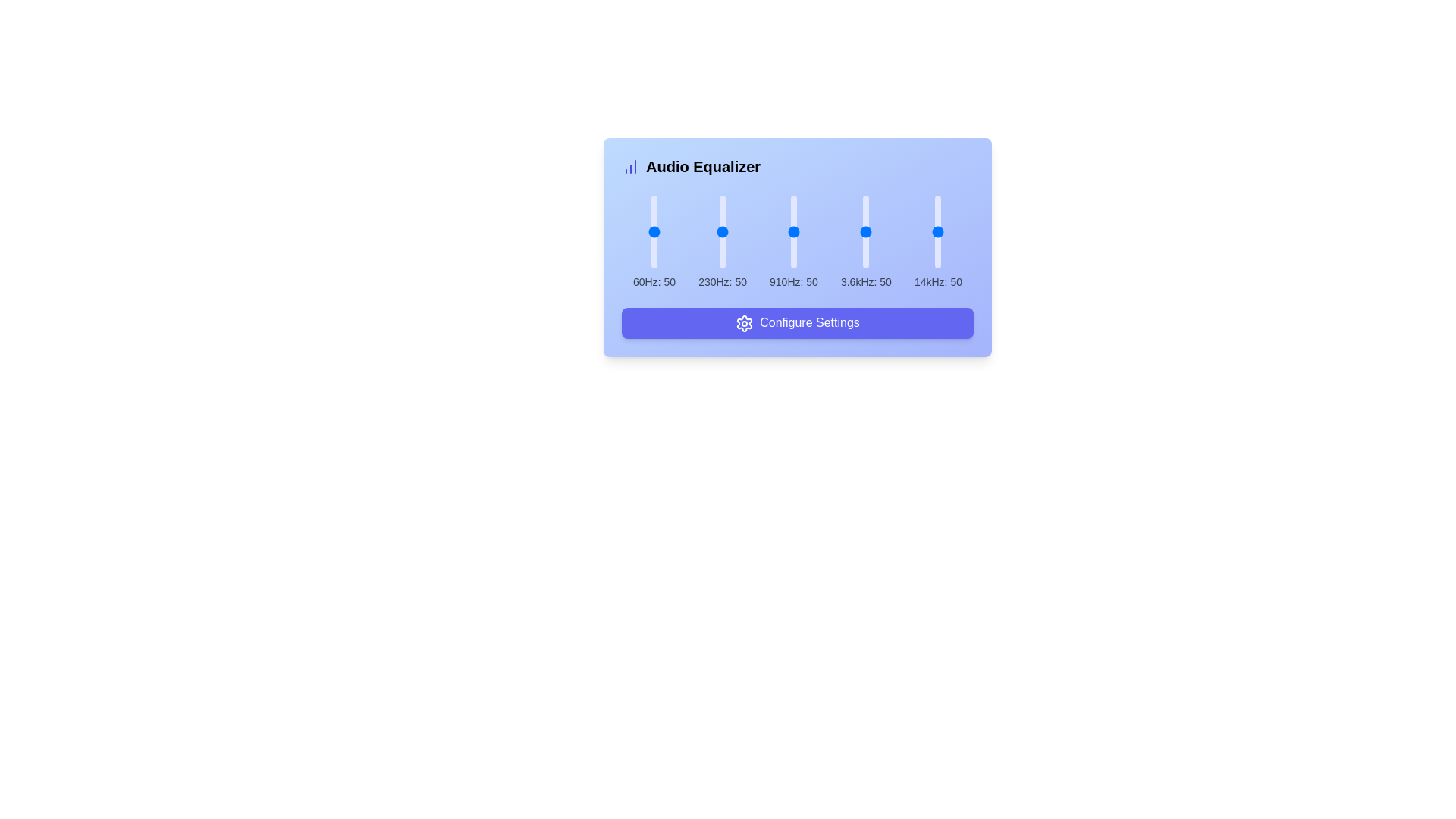 This screenshot has height=819, width=1456. What do you see at coordinates (866, 254) in the screenshot?
I see `the 3.6kHz audio equalizer slider` at bounding box center [866, 254].